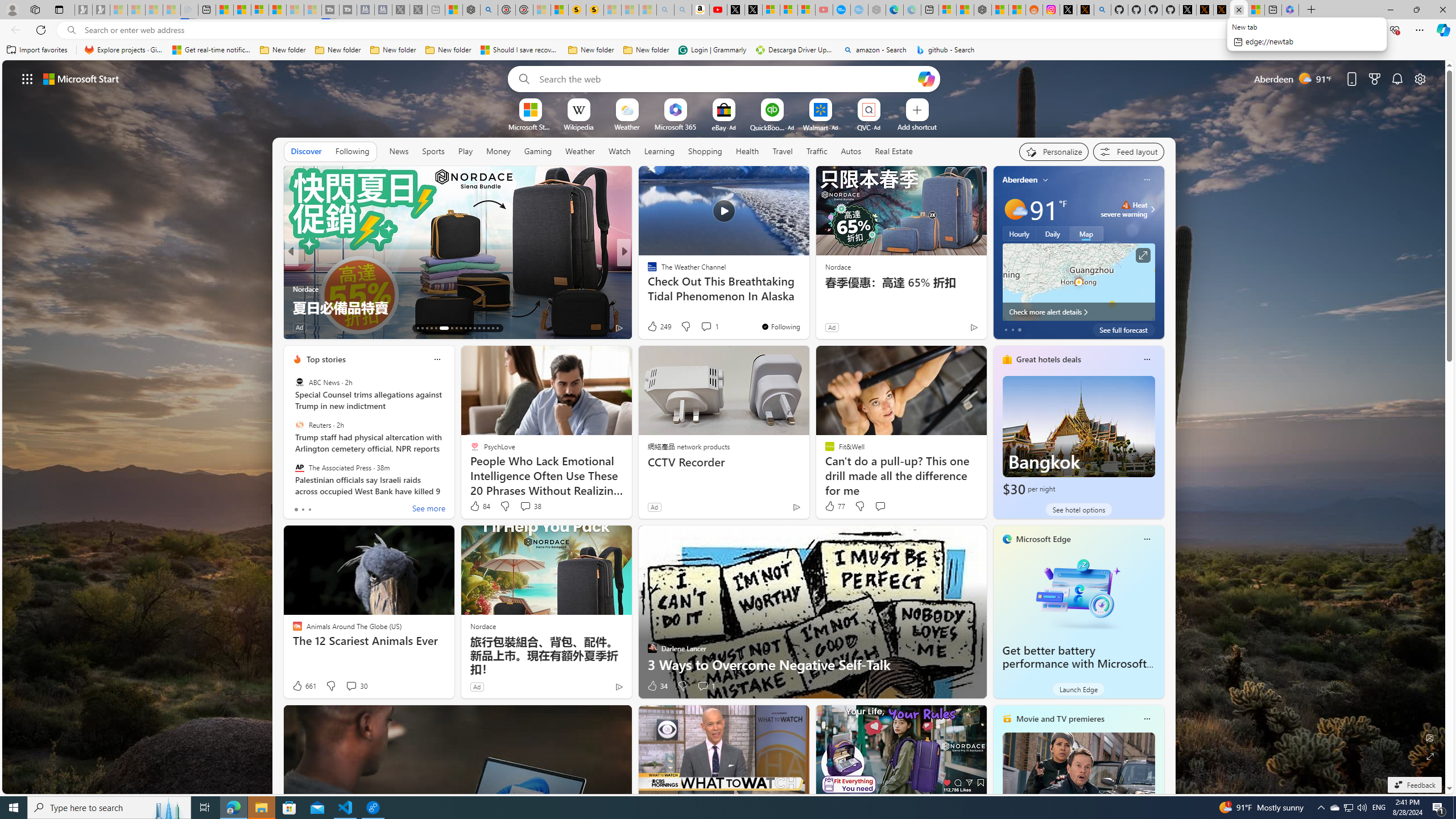 The width and height of the screenshot is (1456, 819). I want to click on 'Learning', so click(658, 150).